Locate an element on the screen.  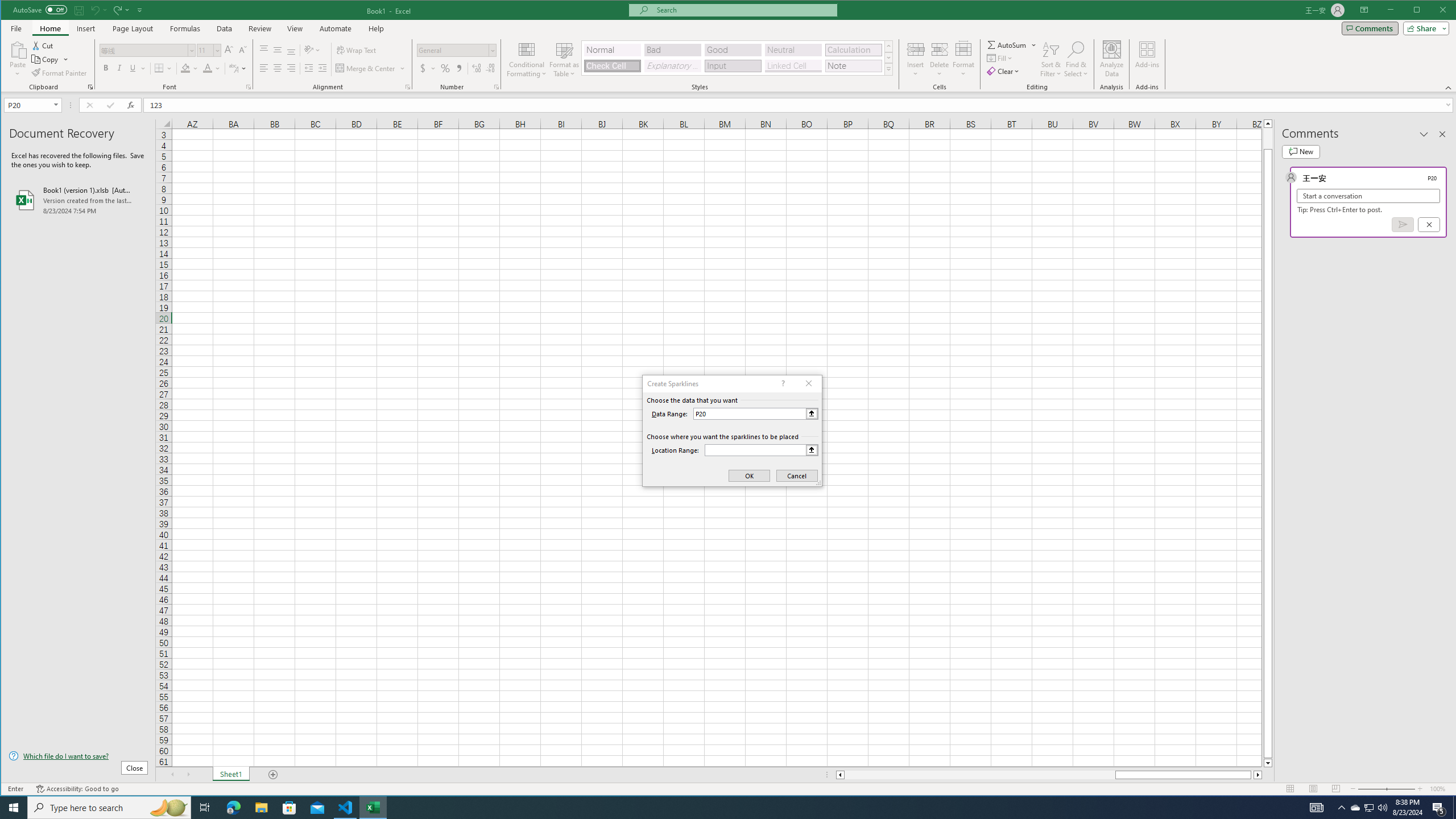
'Find & Select' is located at coordinates (1076, 59).